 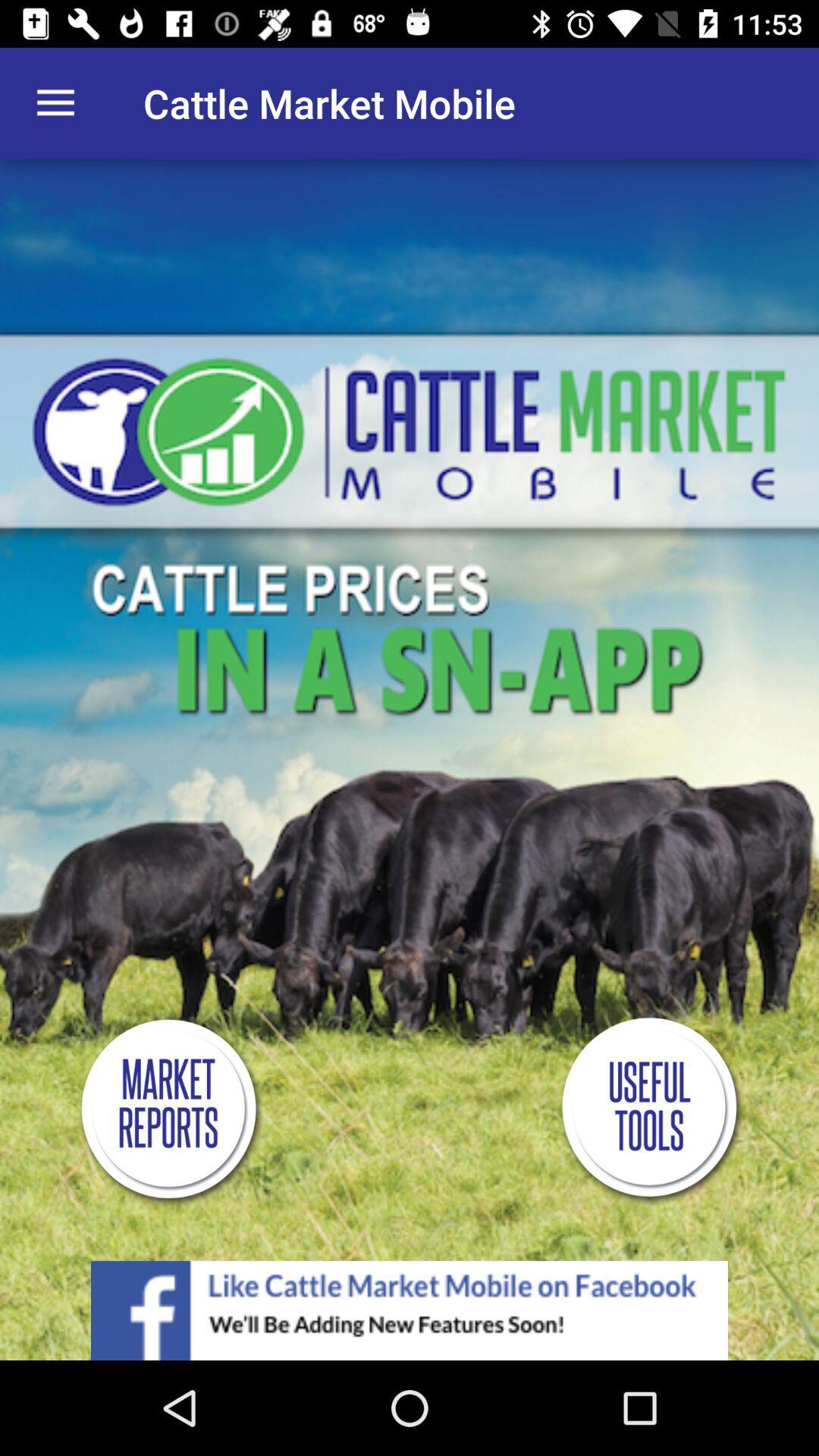 What do you see at coordinates (409, 1310) in the screenshot?
I see `click an advertisement` at bounding box center [409, 1310].